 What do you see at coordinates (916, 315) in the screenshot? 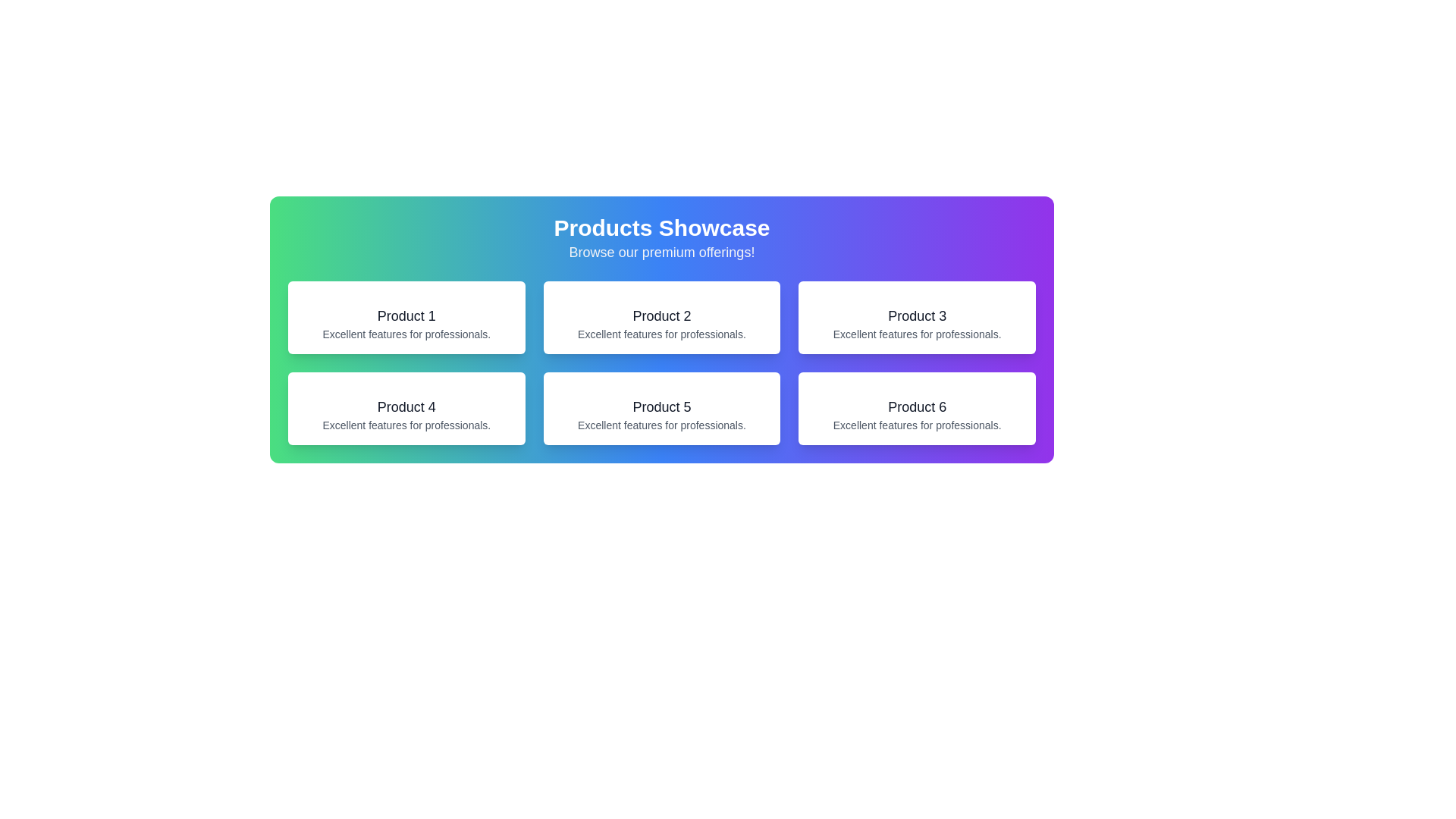
I see `the text label element that reads 'Product 3', which is styled with a bold medium-sized font and is located in the top row of a grid layout, directly below 'Products Showcase'` at bounding box center [916, 315].